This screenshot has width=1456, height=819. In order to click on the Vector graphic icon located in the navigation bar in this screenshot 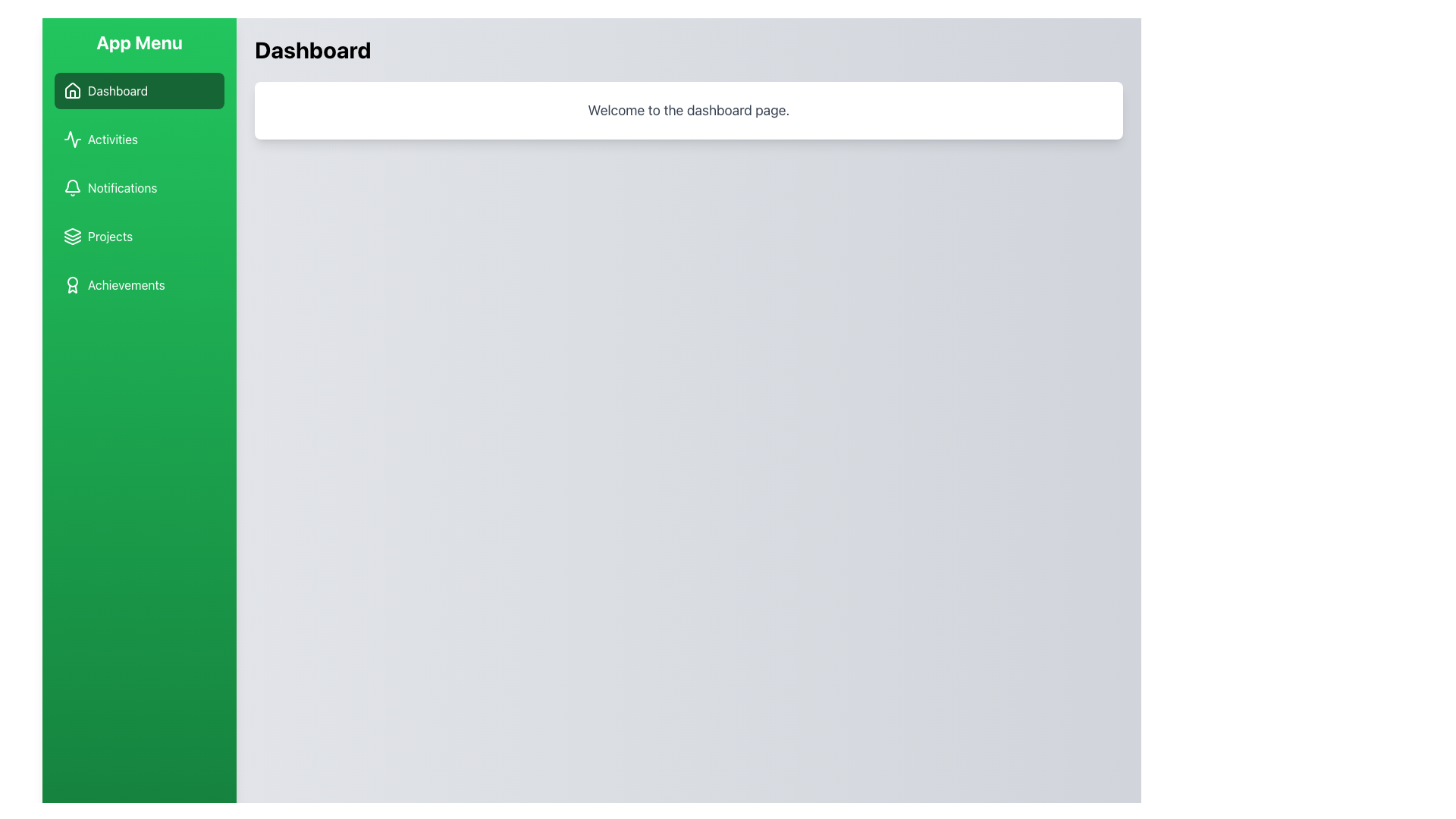, I will do `click(72, 140)`.